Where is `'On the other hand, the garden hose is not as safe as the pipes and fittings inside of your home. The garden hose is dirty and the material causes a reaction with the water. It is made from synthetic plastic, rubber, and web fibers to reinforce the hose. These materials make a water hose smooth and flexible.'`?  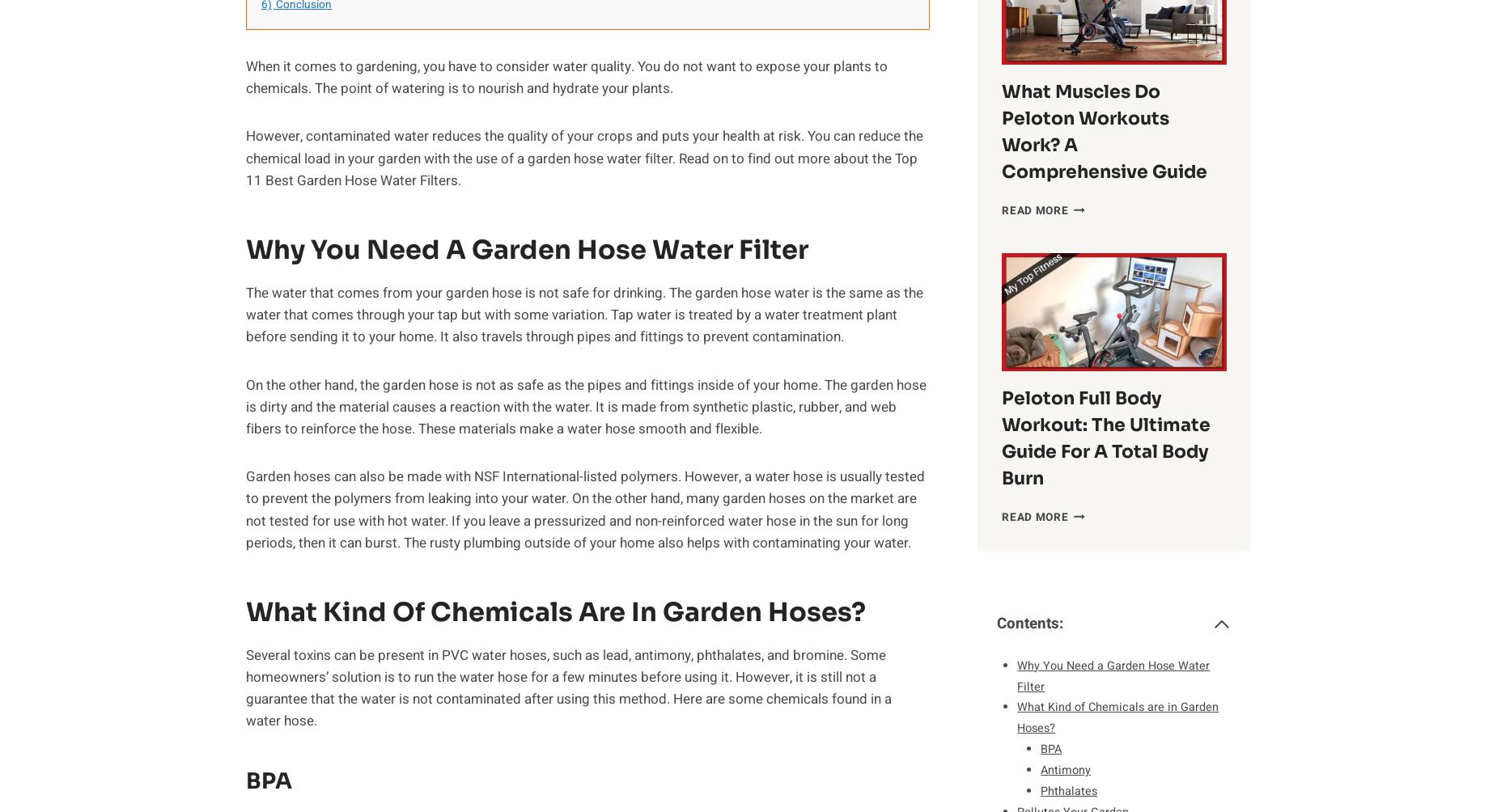 'On the other hand, the garden hose is not as safe as the pipes and fittings inside of your home. The garden hose is dirty and the material causes a reaction with the water. It is made from synthetic plastic, rubber, and web fibers to reinforce the hose. These materials make a water hose smooth and flexible.' is located at coordinates (586, 406).